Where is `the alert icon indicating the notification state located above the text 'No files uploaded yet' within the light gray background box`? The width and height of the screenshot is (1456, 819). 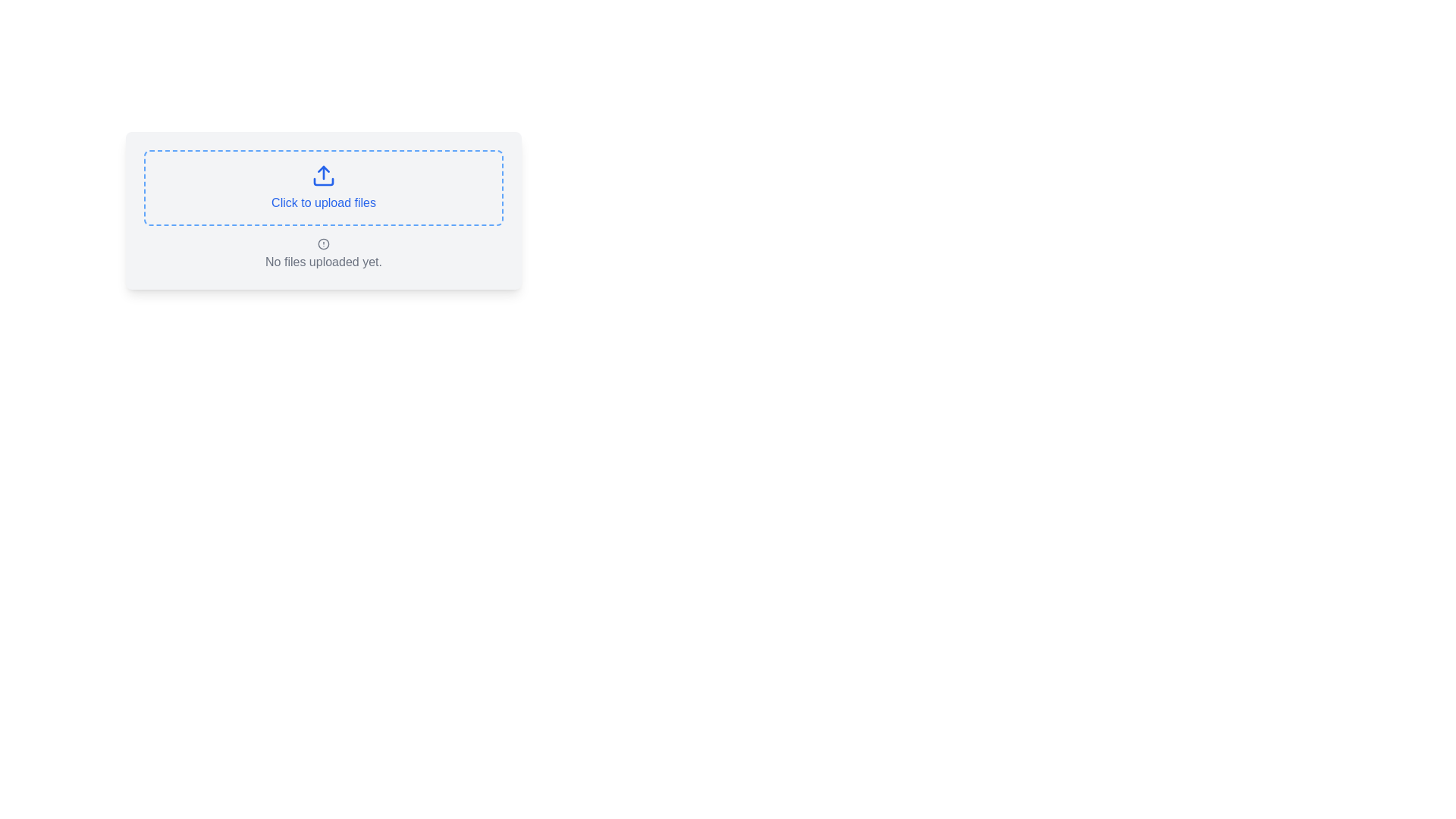
the alert icon indicating the notification state located above the text 'No files uploaded yet' within the light gray background box is located at coordinates (323, 243).